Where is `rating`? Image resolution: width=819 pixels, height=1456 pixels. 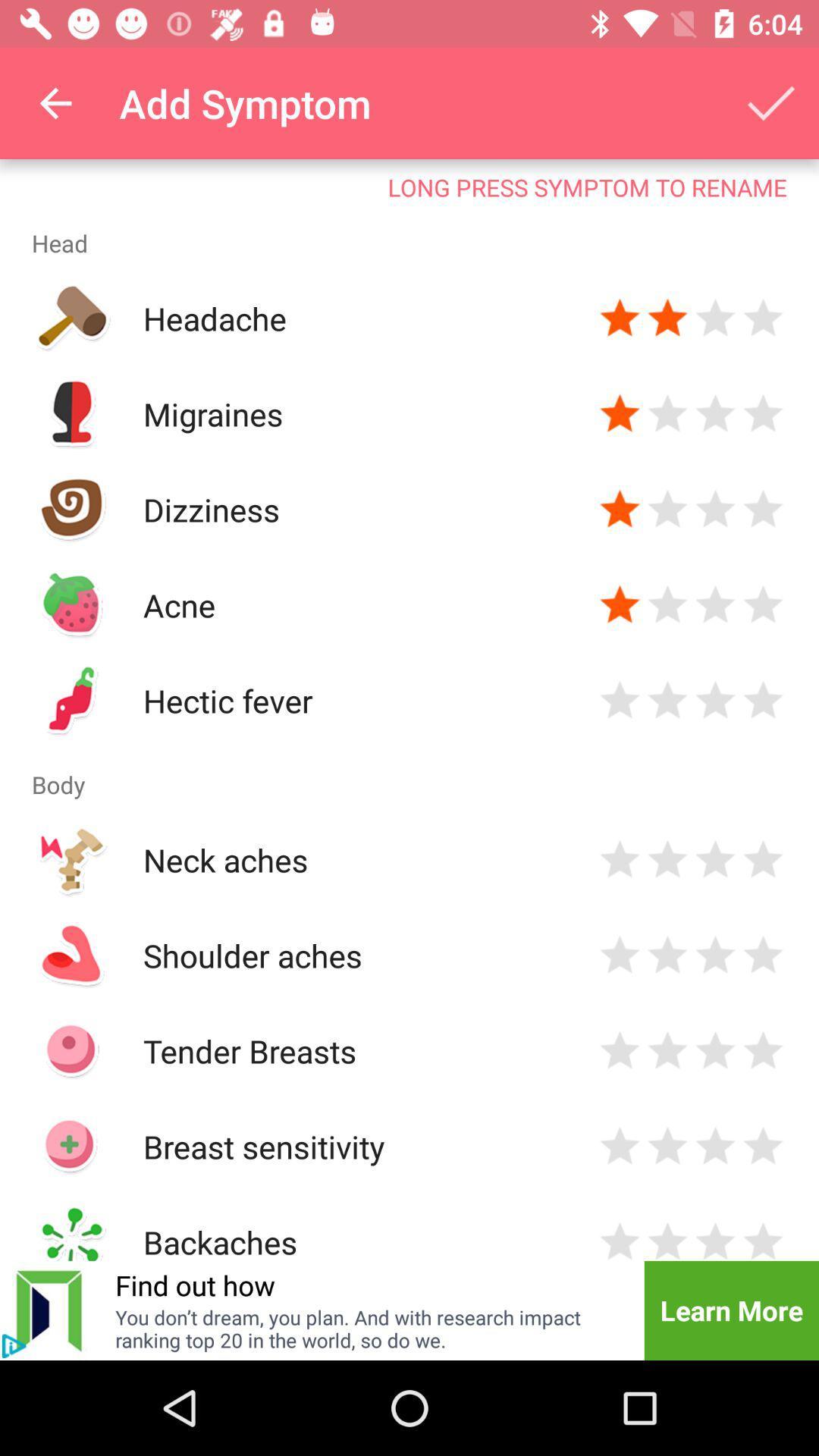
rating is located at coordinates (763, 604).